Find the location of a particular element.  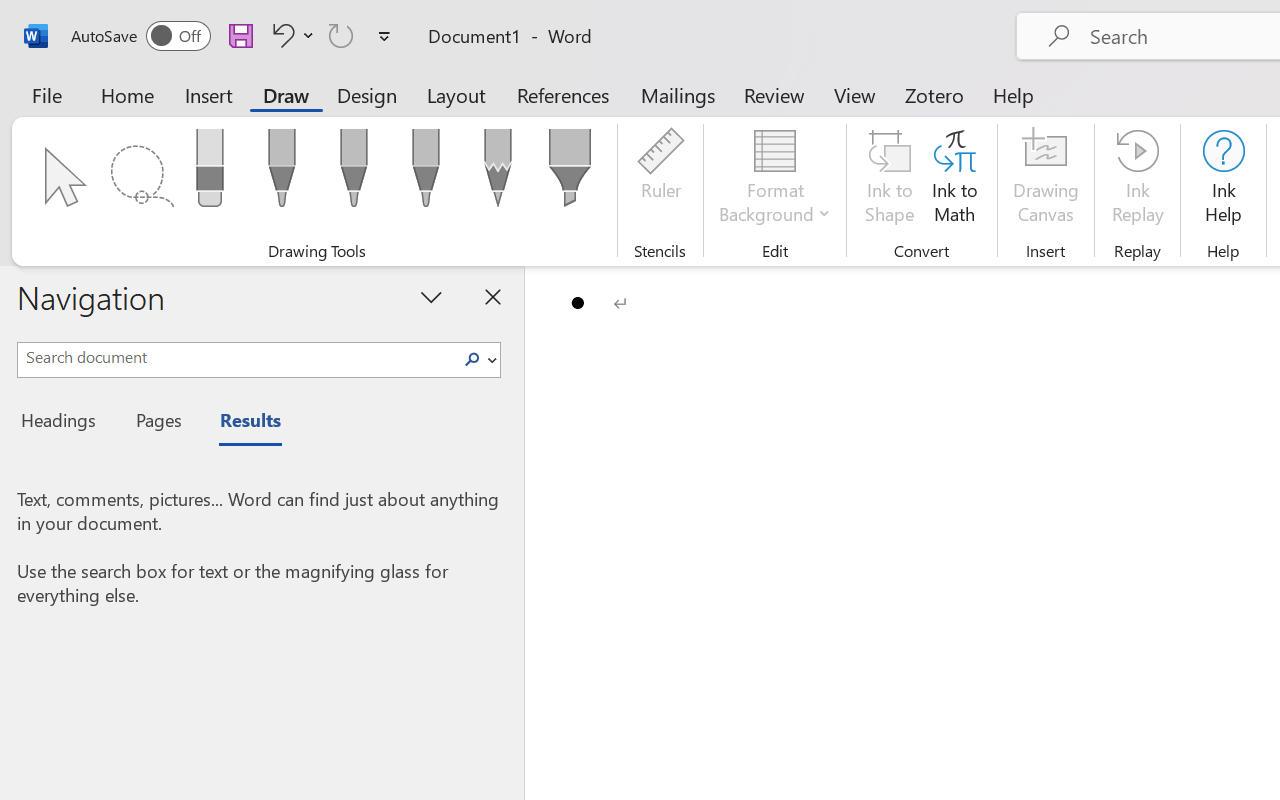

'Format Background' is located at coordinates (774, 179).